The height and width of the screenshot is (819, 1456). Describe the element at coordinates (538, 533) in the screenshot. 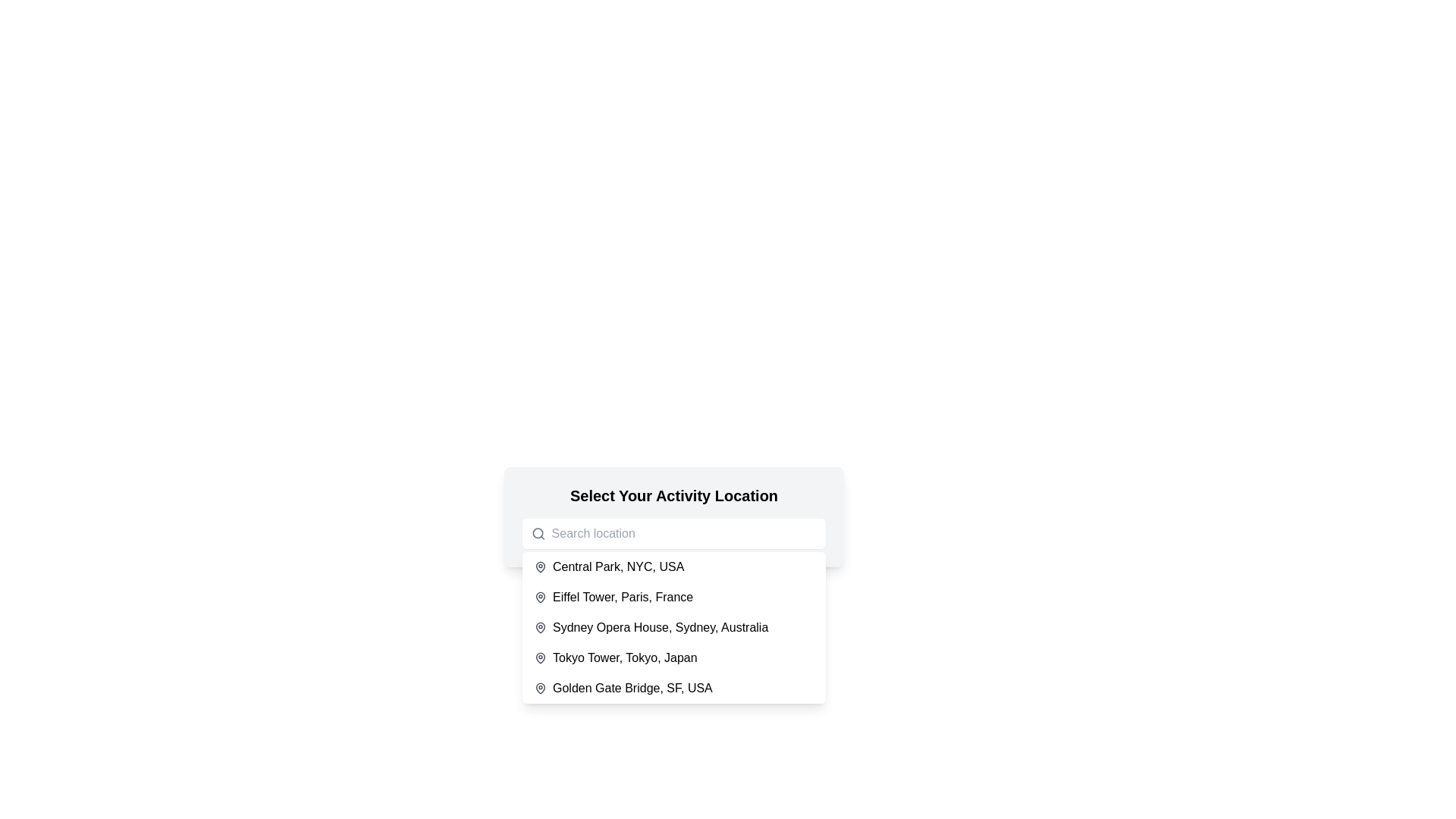

I see `the search icon located in the top-left corner of the search bar input field, which suggests search functionality` at that location.